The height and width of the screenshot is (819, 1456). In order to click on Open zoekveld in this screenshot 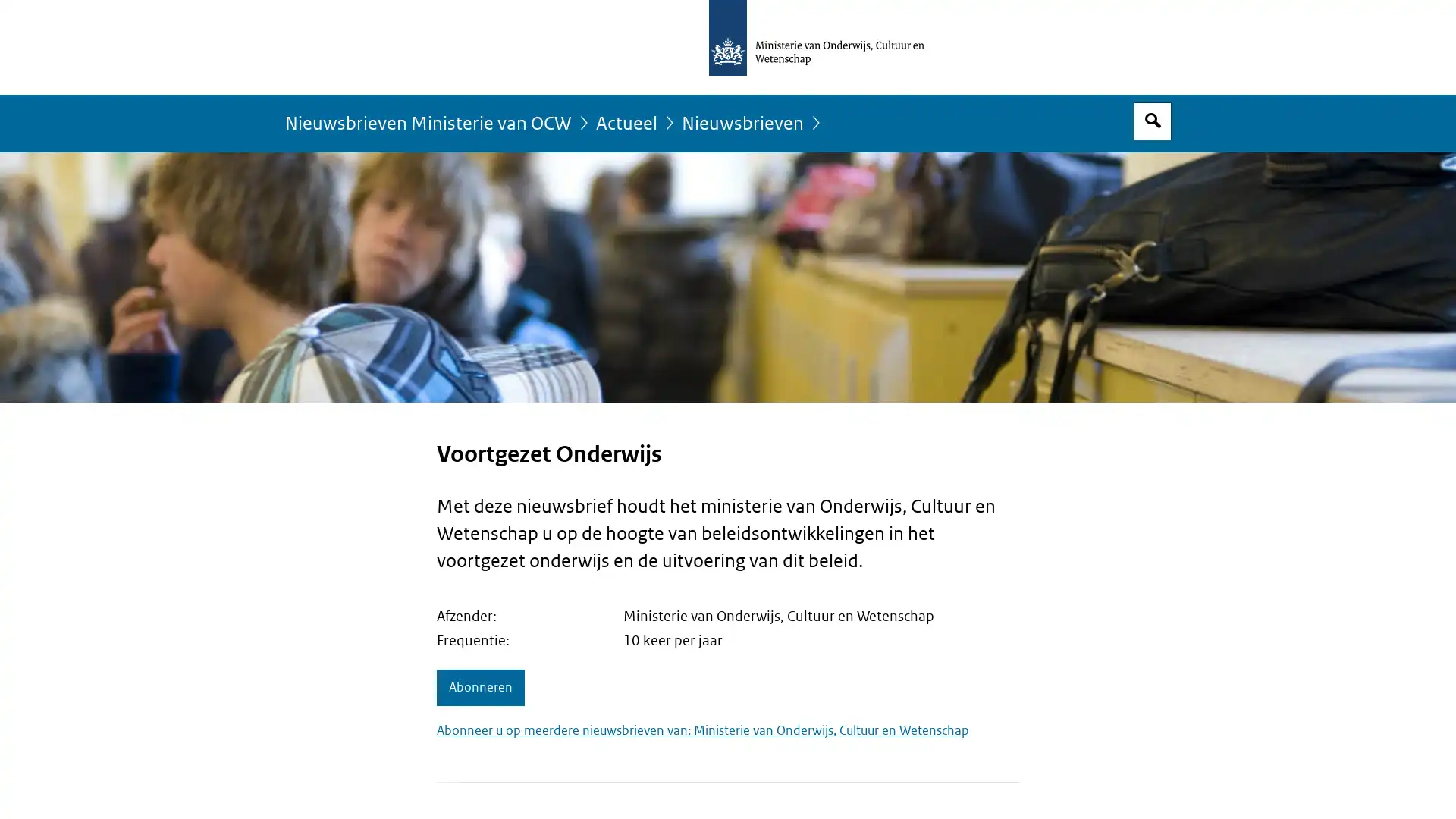, I will do `click(1153, 120)`.